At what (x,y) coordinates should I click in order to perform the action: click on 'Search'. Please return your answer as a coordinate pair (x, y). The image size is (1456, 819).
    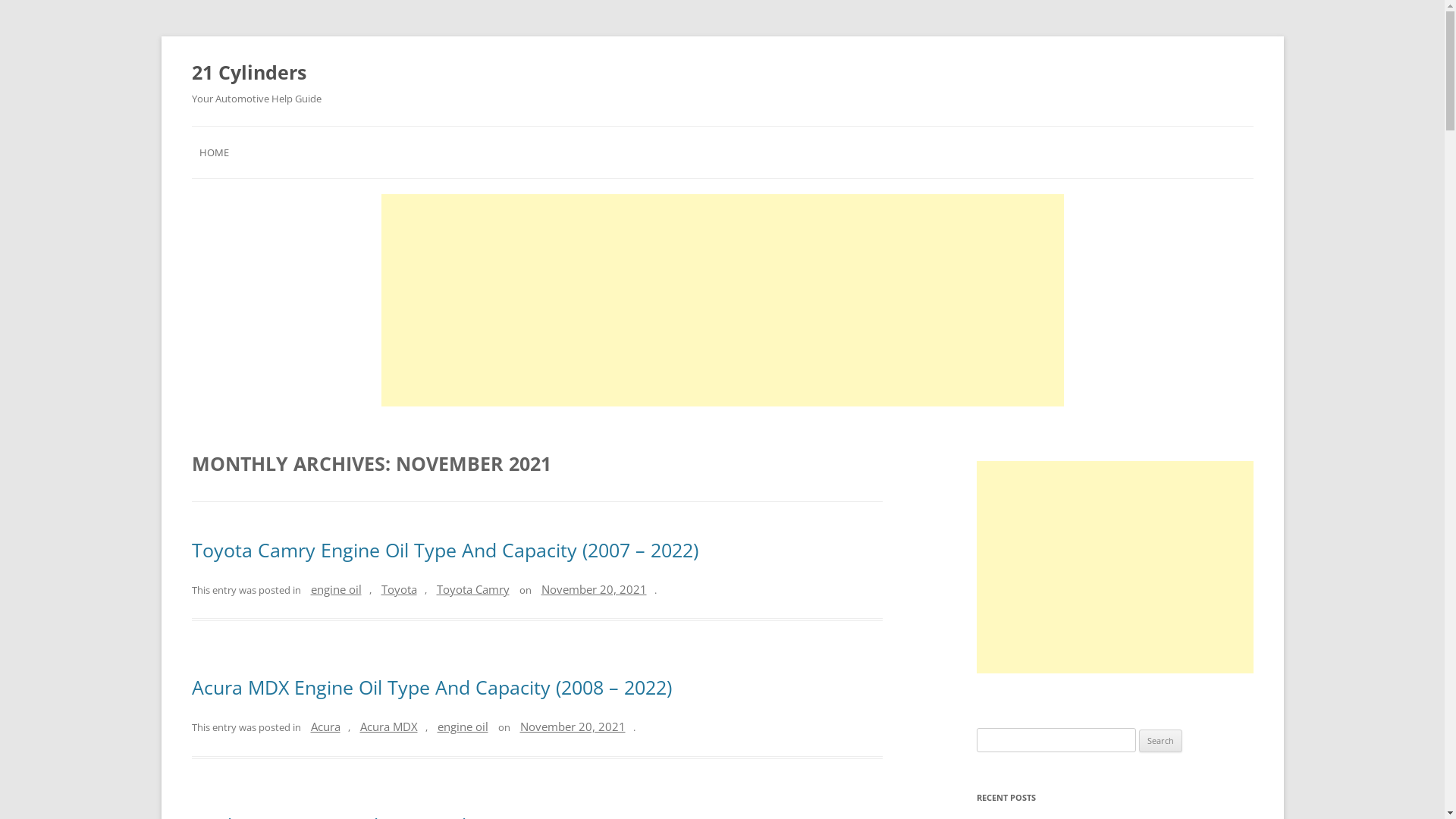
    Looking at the image, I should click on (1139, 739).